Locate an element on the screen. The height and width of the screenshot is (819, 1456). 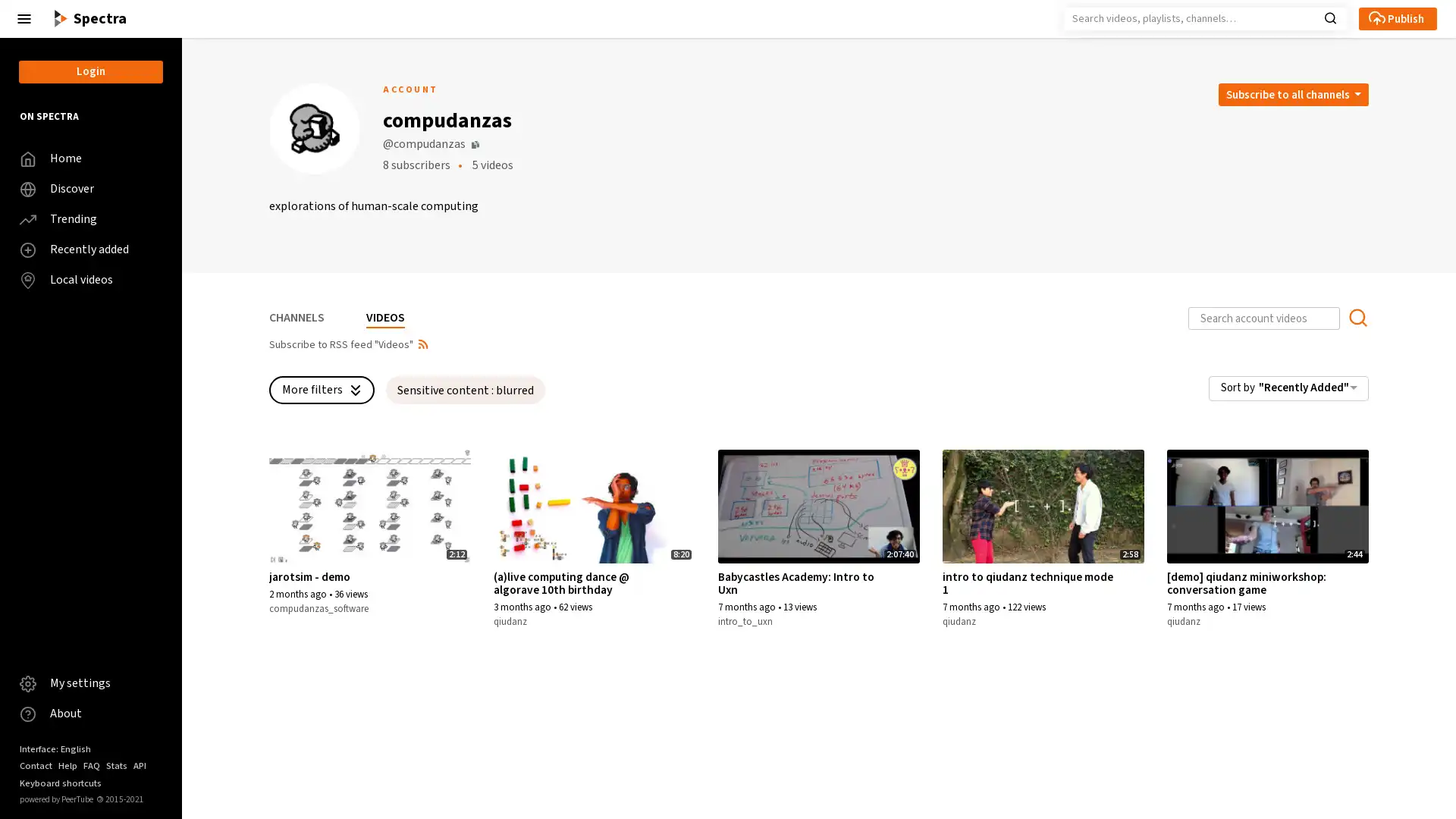
Interface: English is located at coordinates (55, 748).